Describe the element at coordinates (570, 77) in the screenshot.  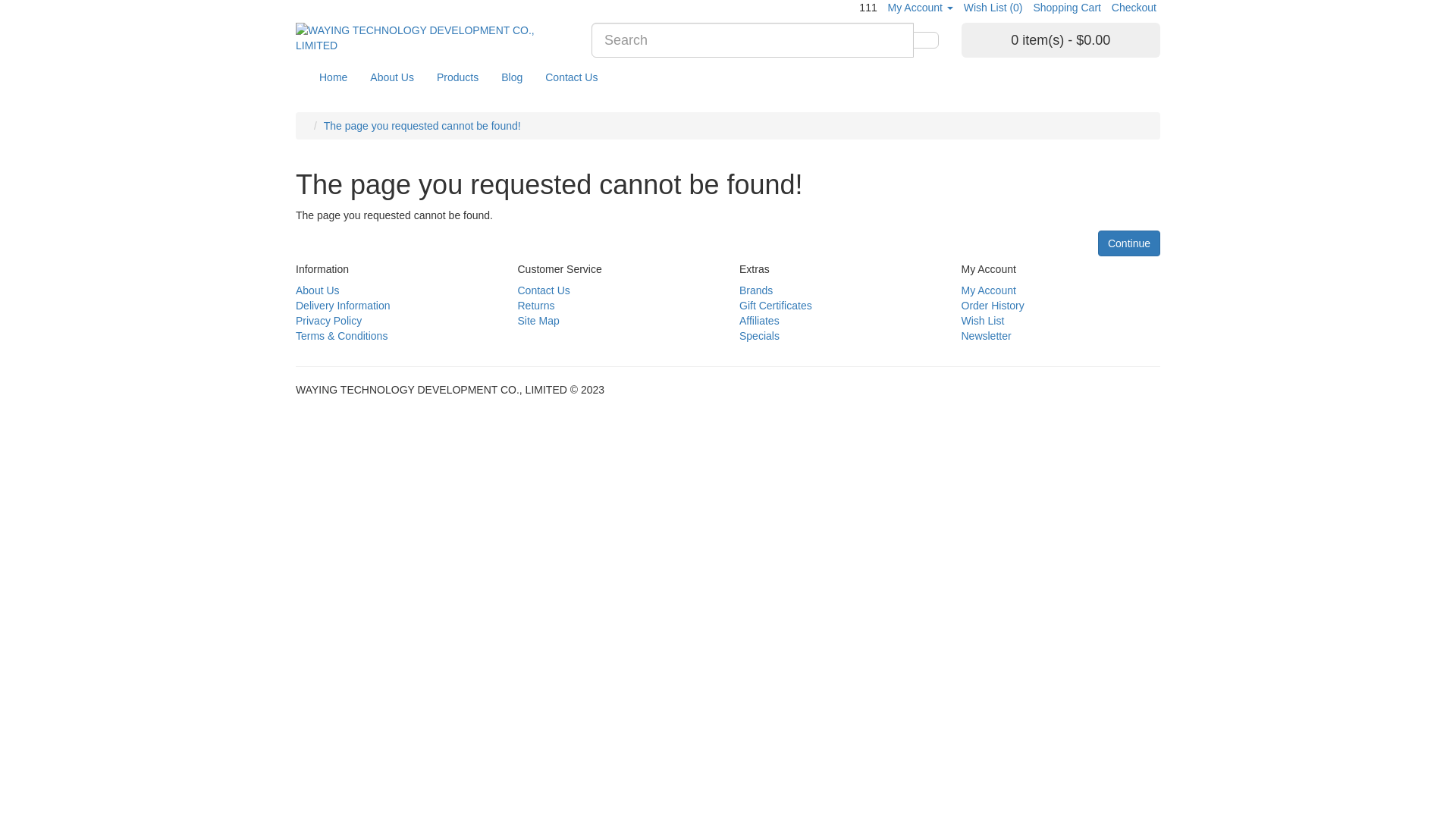
I see `'Contact Us'` at that location.